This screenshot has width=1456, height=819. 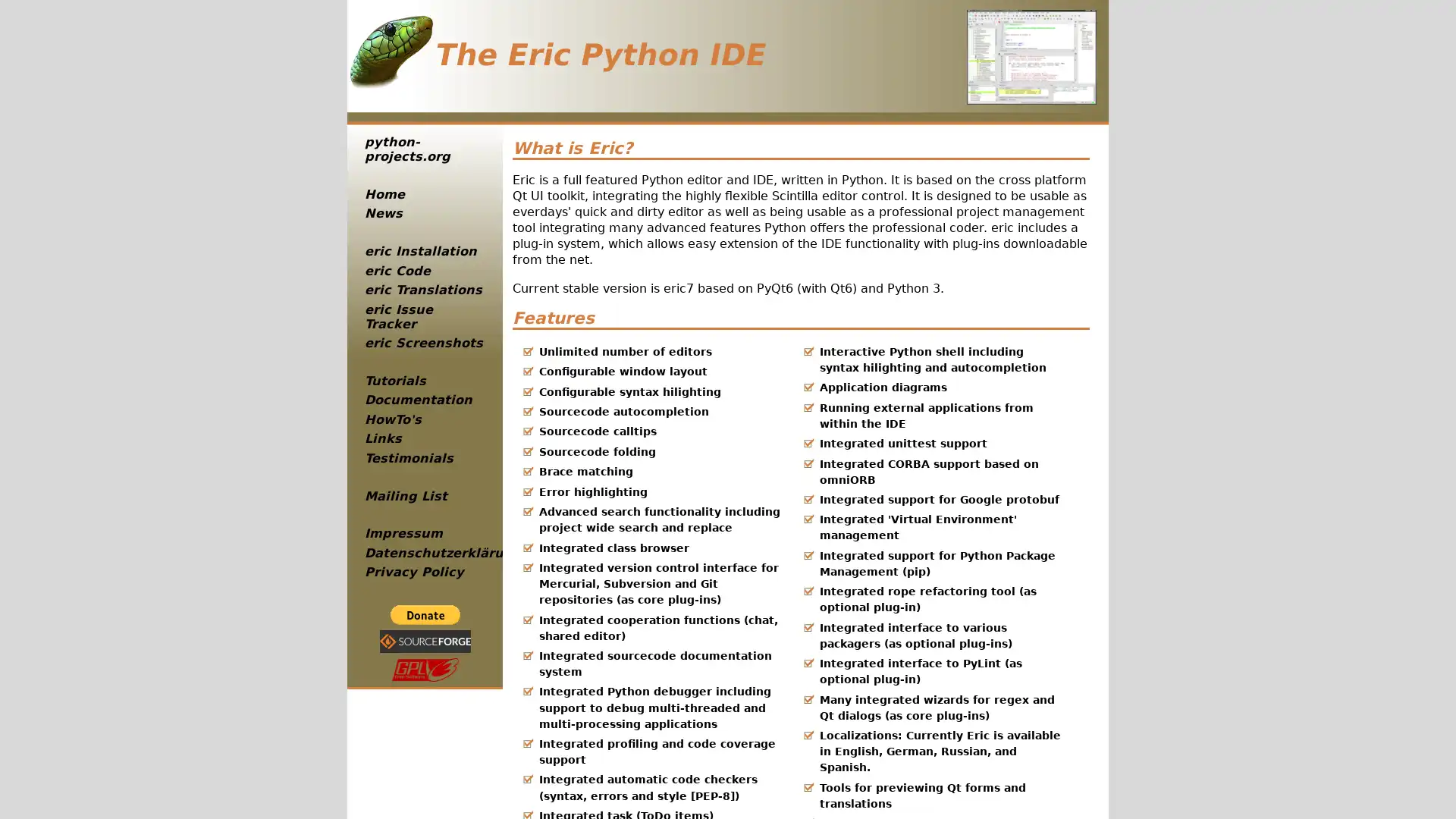 What do you see at coordinates (425, 614) in the screenshot?
I see `PayPal - The safer, easier way to pay online!` at bounding box center [425, 614].